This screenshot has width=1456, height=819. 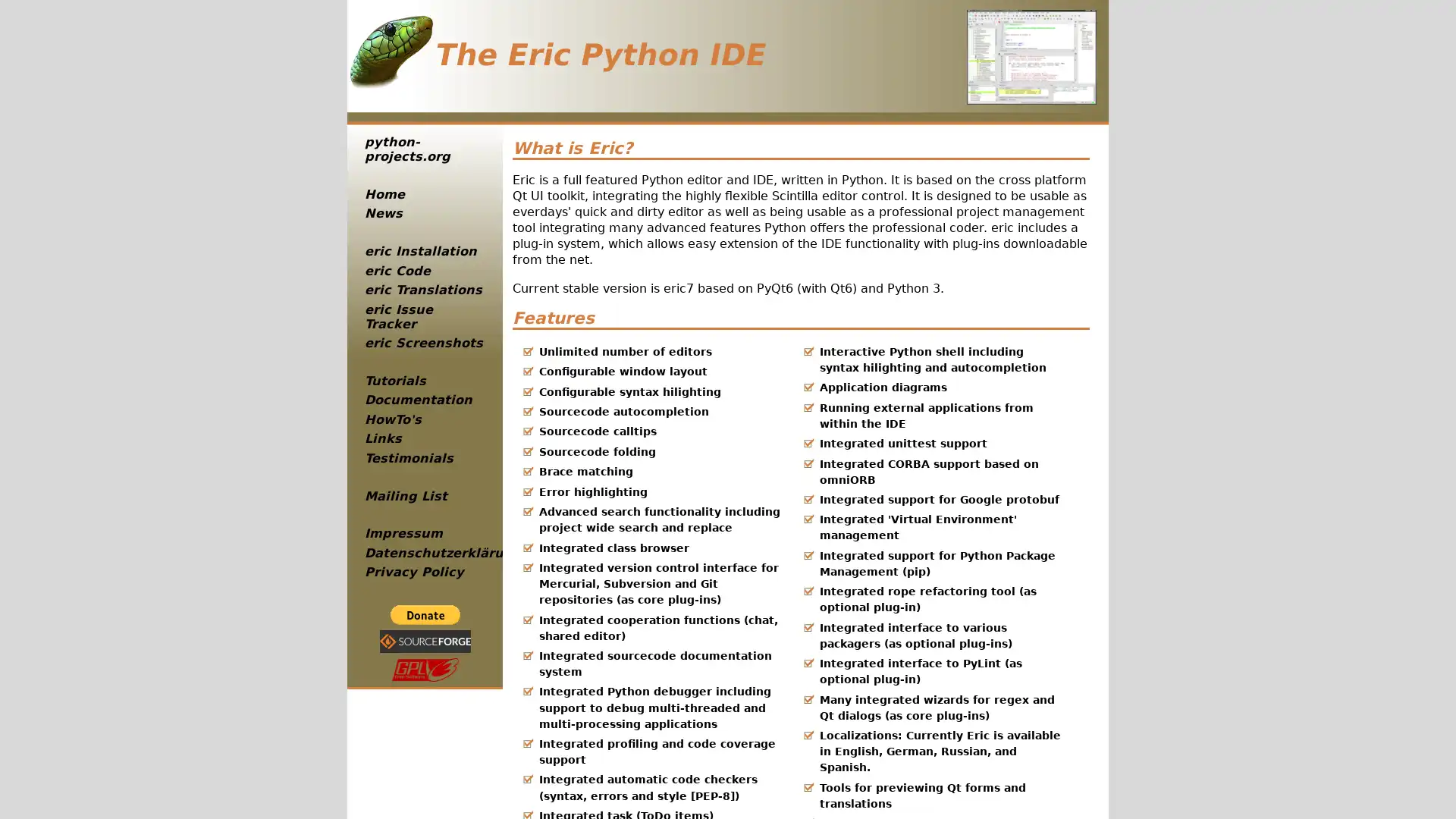 What do you see at coordinates (425, 614) in the screenshot?
I see `PayPal - The safer, easier way to pay online!` at bounding box center [425, 614].